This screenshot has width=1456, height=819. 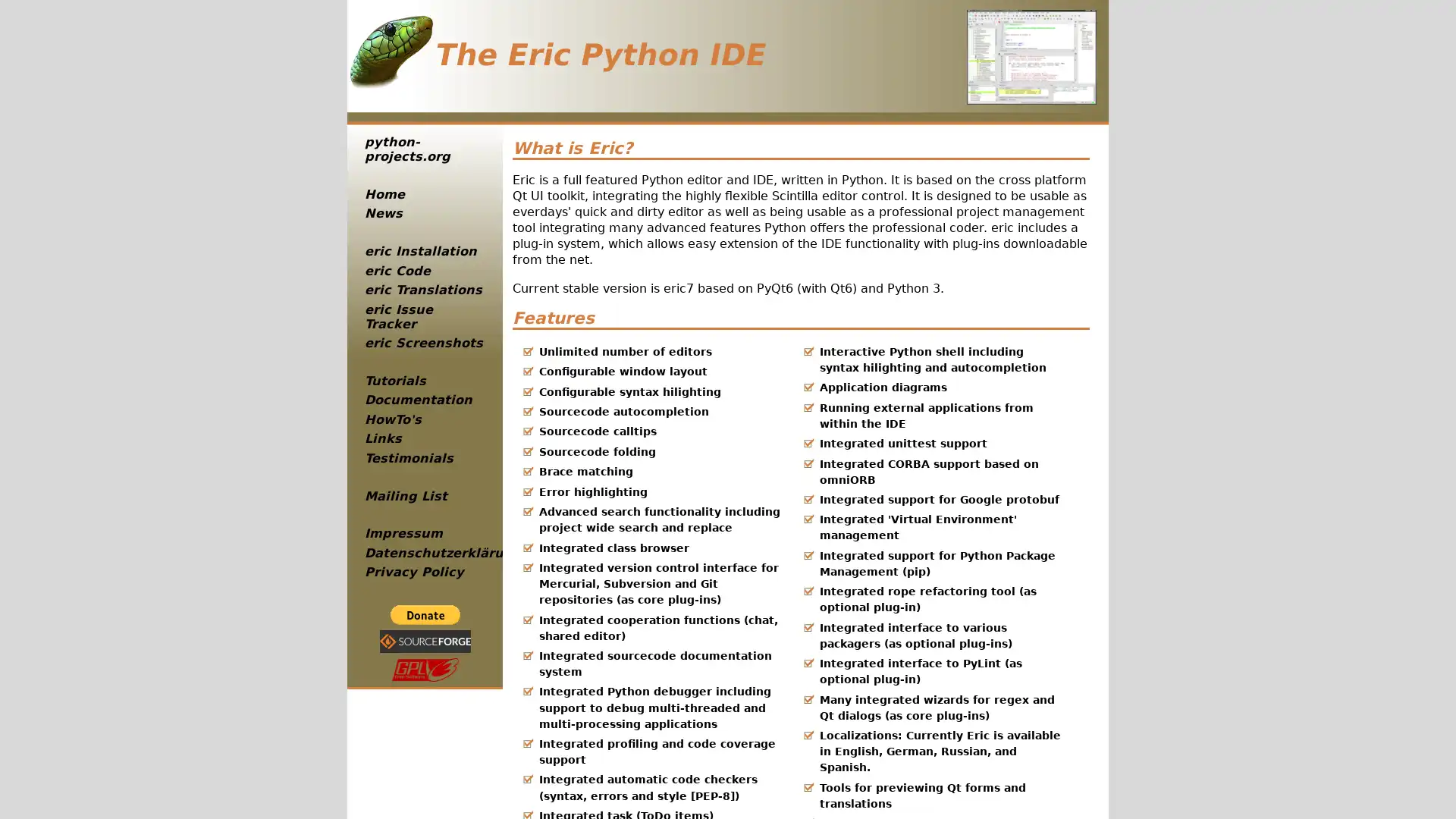 What do you see at coordinates (425, 614) in the screenshot?
I see `PayPal - The safer, easier way to pay online!` at bounding box center [425, 614].